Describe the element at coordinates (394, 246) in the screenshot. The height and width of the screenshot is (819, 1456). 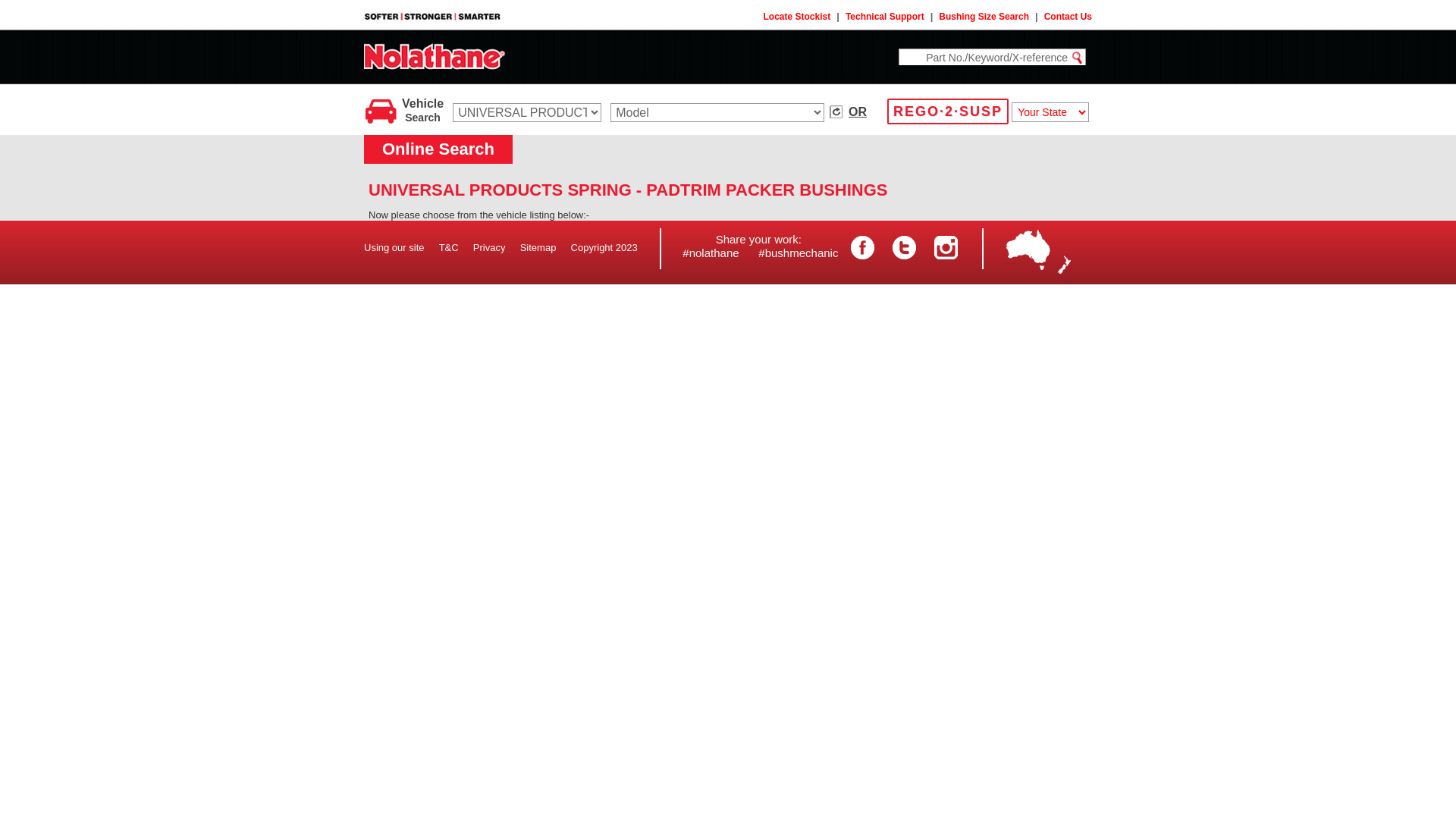
I see `'Using our site'` at that location.